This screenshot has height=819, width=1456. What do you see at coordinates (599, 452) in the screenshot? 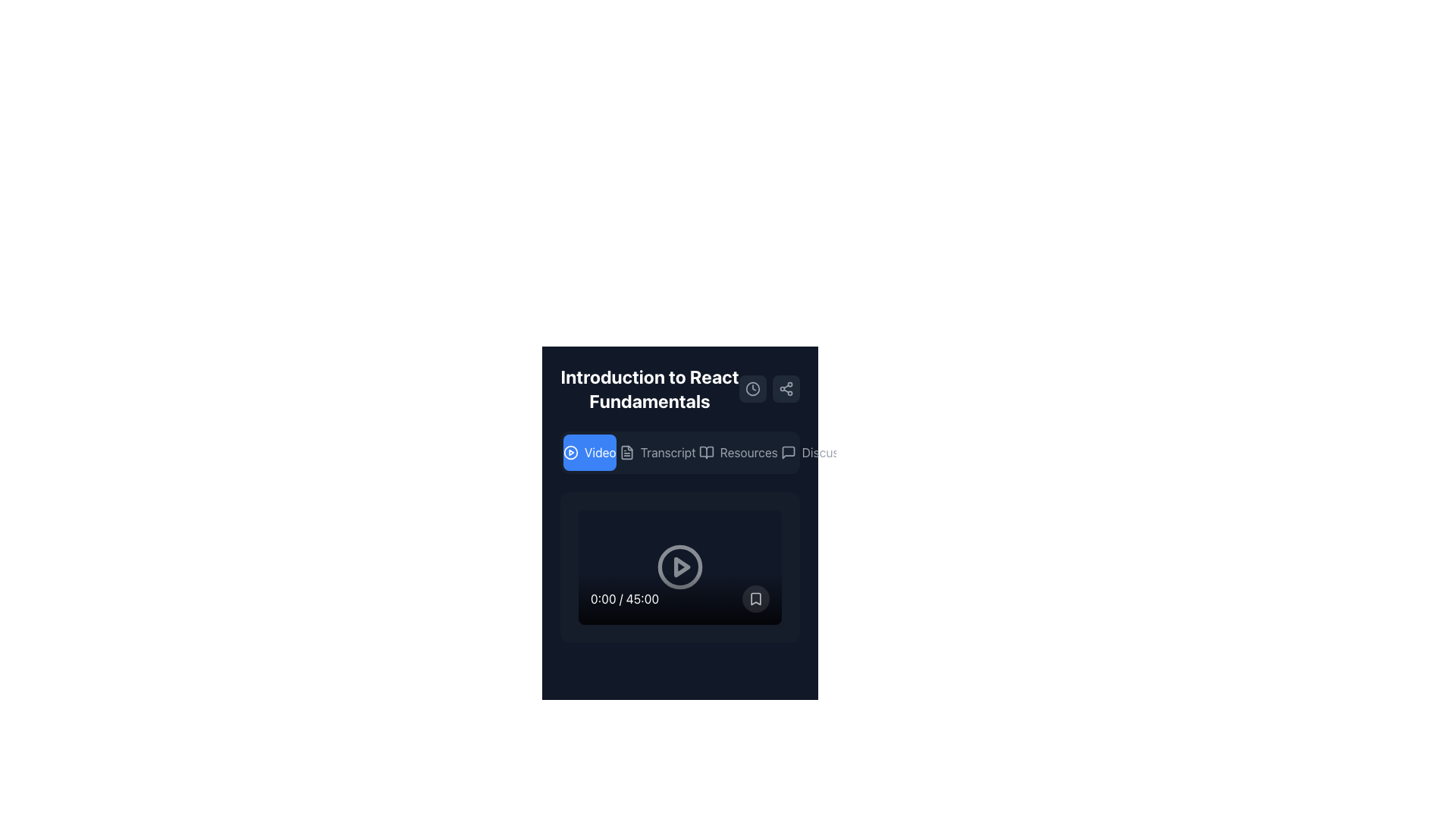
I see `the bold text label 'Video' within the button interface` at bounding box center [599, 452].